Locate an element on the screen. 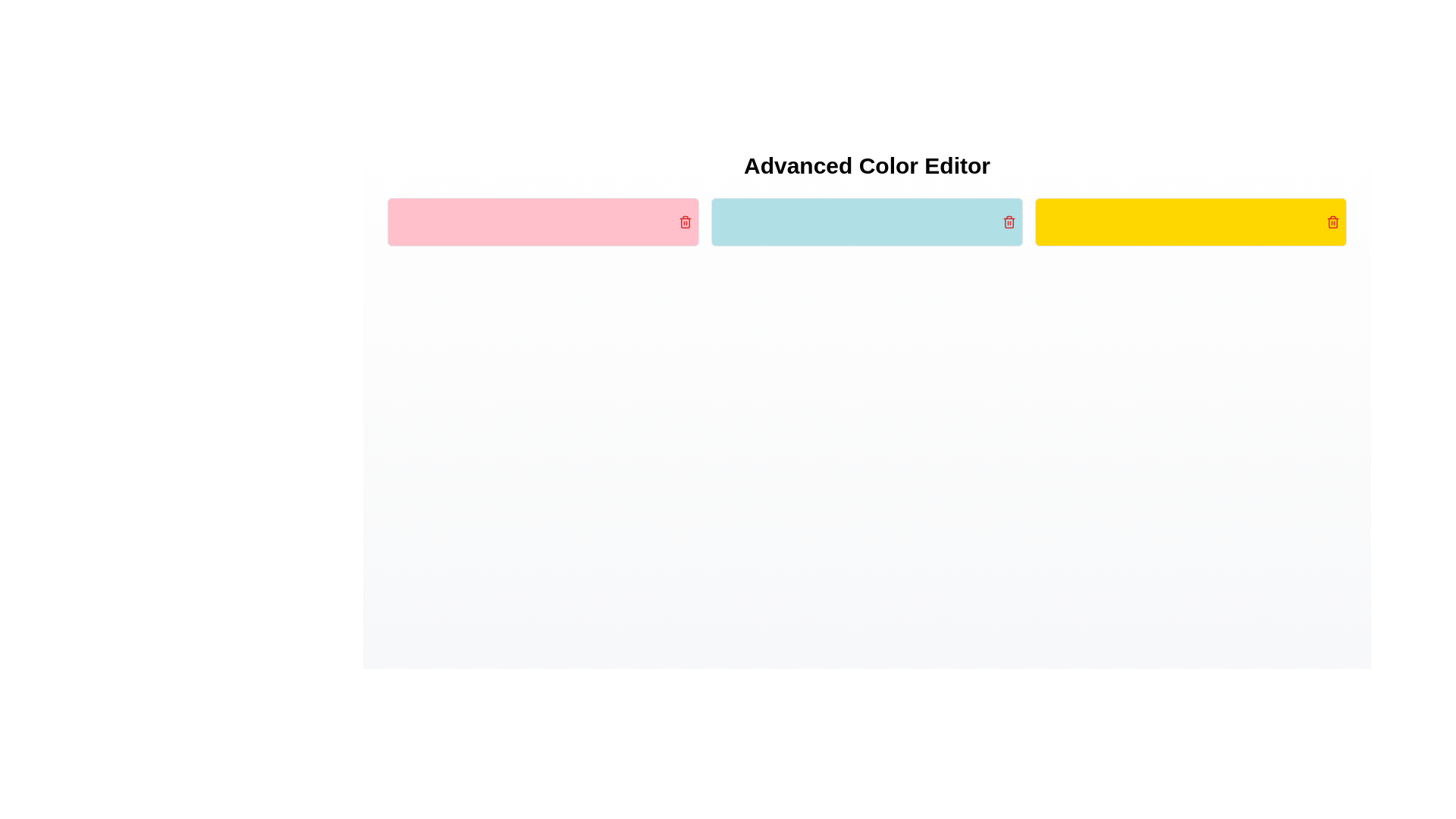 Image resolution: width=1456 pixels, height=819 pixels. the rightmost trashcan icon, which is styled minimally and located within a yellow rectangular area is located at coordinates (1332, 223).